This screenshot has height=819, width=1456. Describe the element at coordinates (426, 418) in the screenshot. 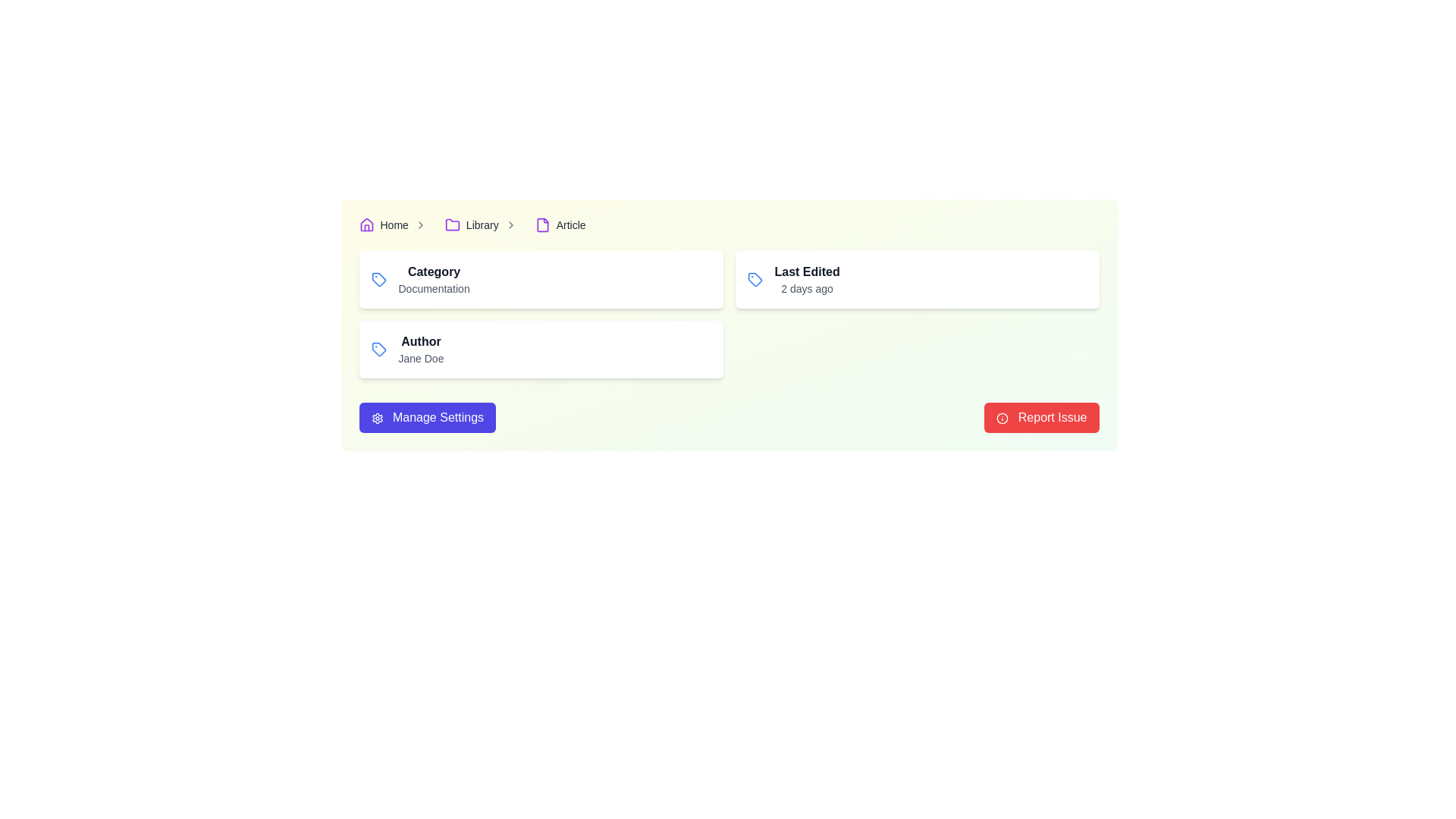

I see `the settings button located in the lower-left side of the panel, indicated by a gear icon` at that location.